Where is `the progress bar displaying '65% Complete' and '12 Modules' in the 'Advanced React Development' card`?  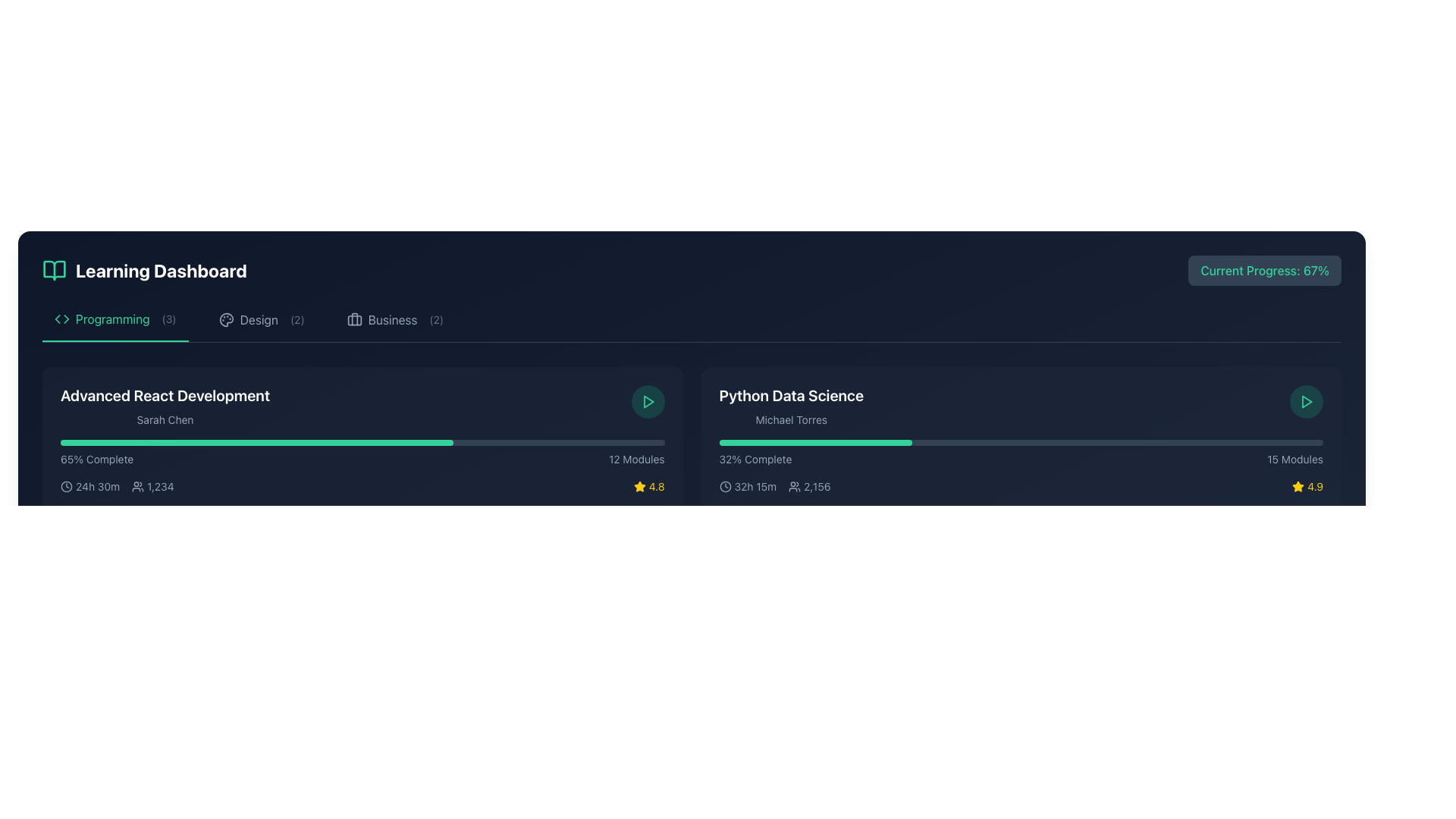
the progress bar displaying '65% Complete' and '12 Modules' in the 'Advanced React Development' card is located at coordinates (362, 452).